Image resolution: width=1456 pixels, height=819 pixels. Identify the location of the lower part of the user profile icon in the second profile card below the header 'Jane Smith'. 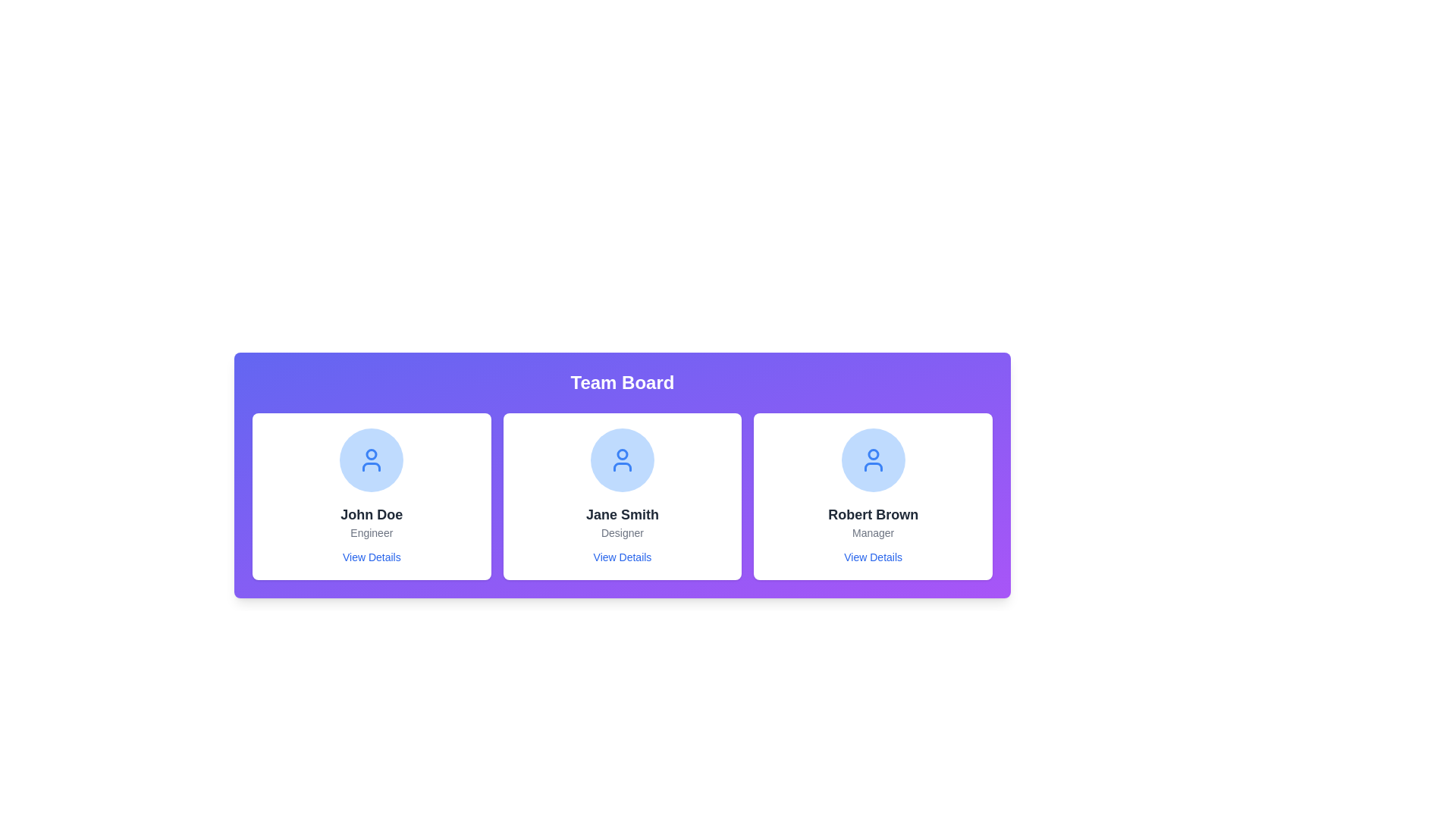
(622, 466).